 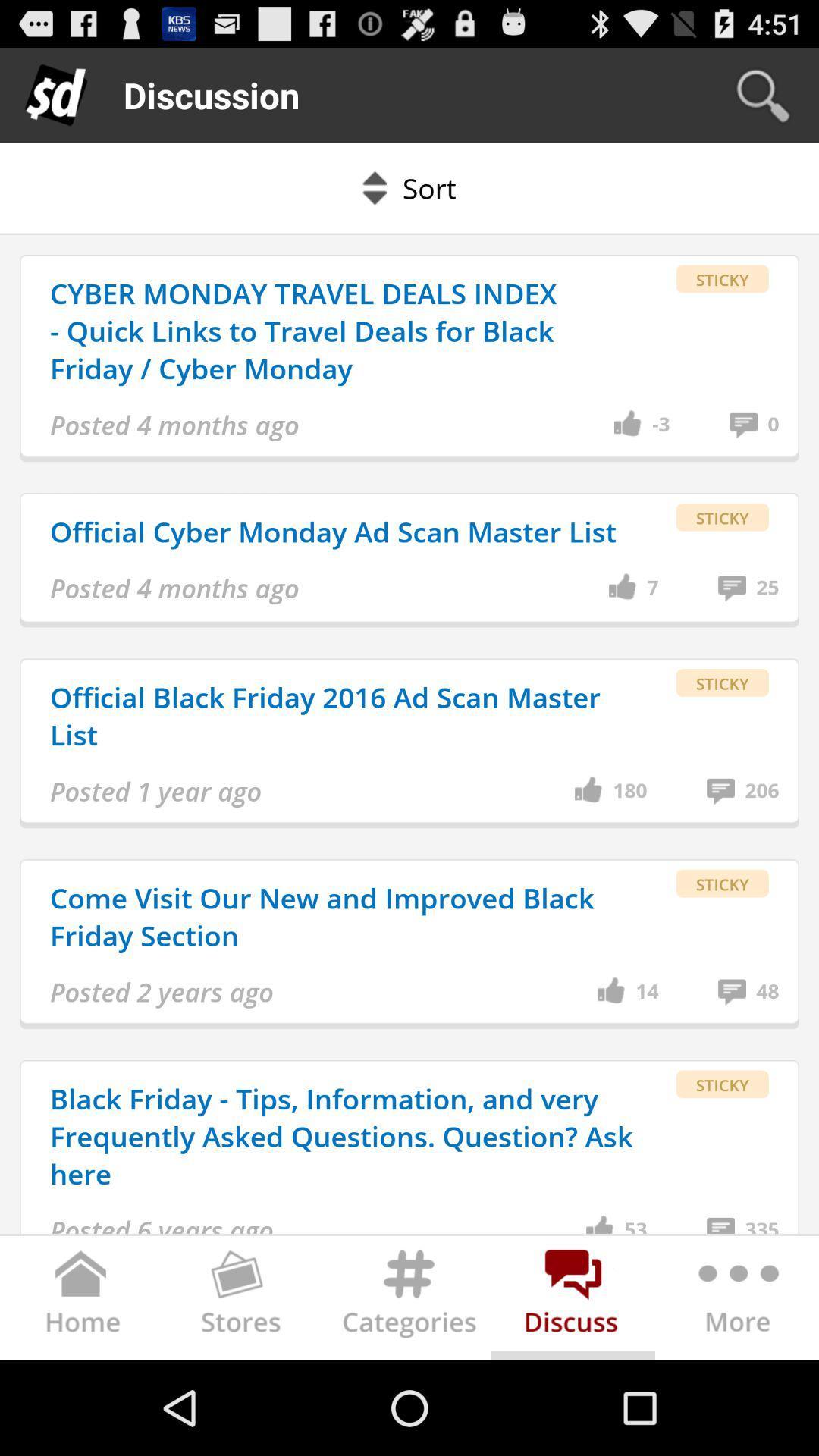 I want to click on app above the black friday tips item, so click(x=647, y=992).